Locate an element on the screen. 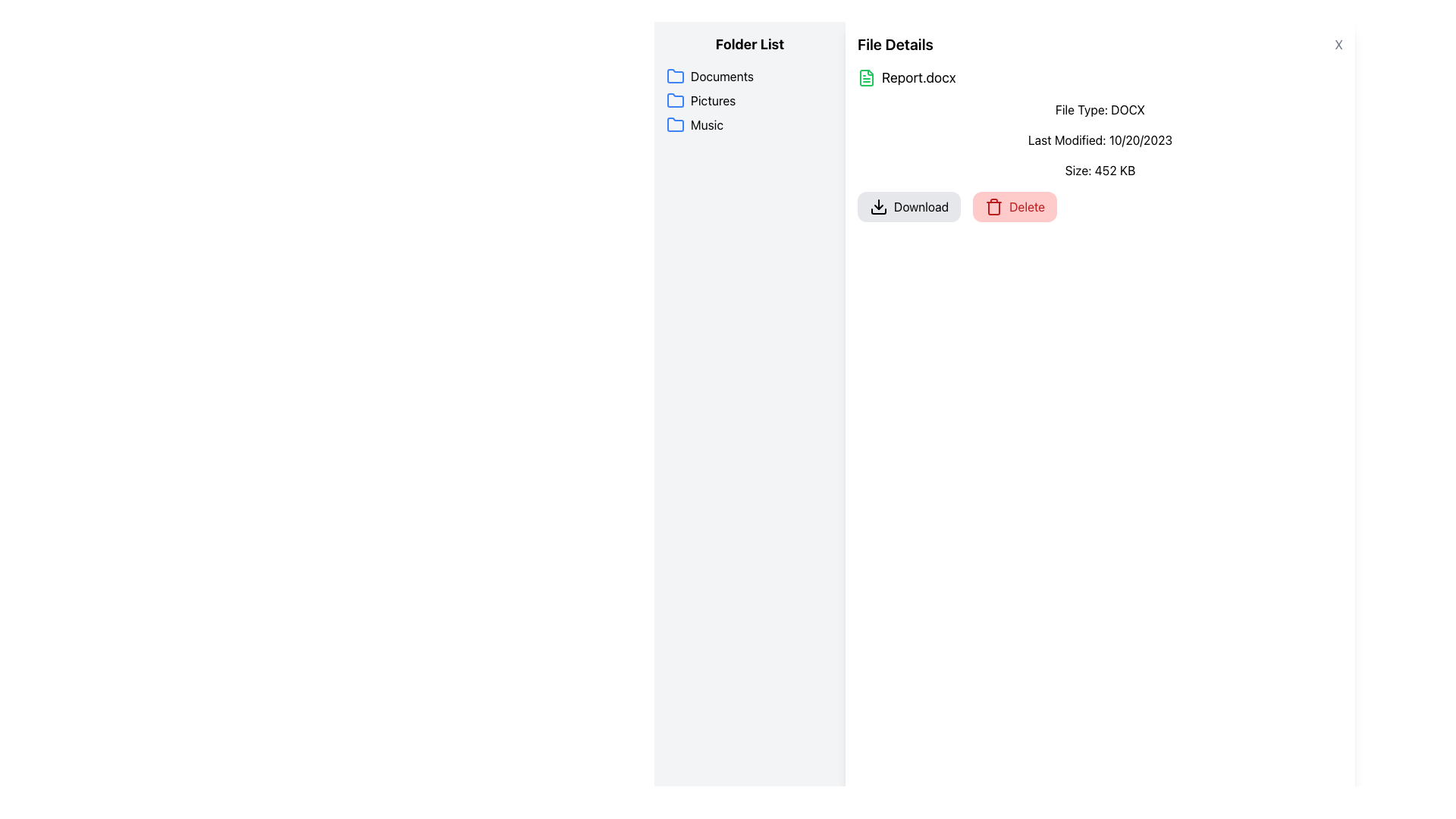  the delete icon located at the bottom right of the 'File Details' section, which precedes the 'Delete' text is located at coordinates (993, 207).